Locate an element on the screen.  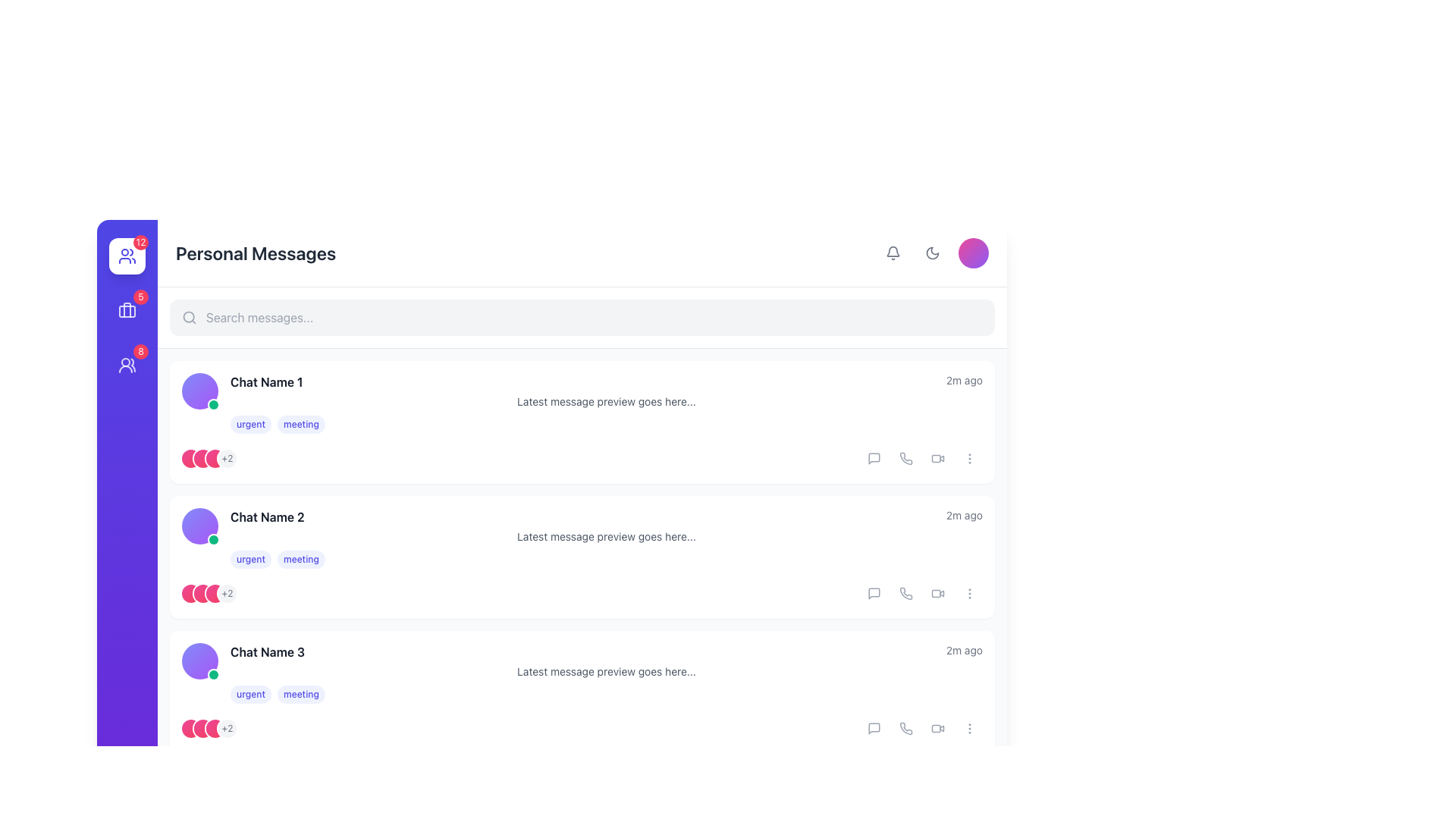
the phone icon button is located at coordinates (906, 727).